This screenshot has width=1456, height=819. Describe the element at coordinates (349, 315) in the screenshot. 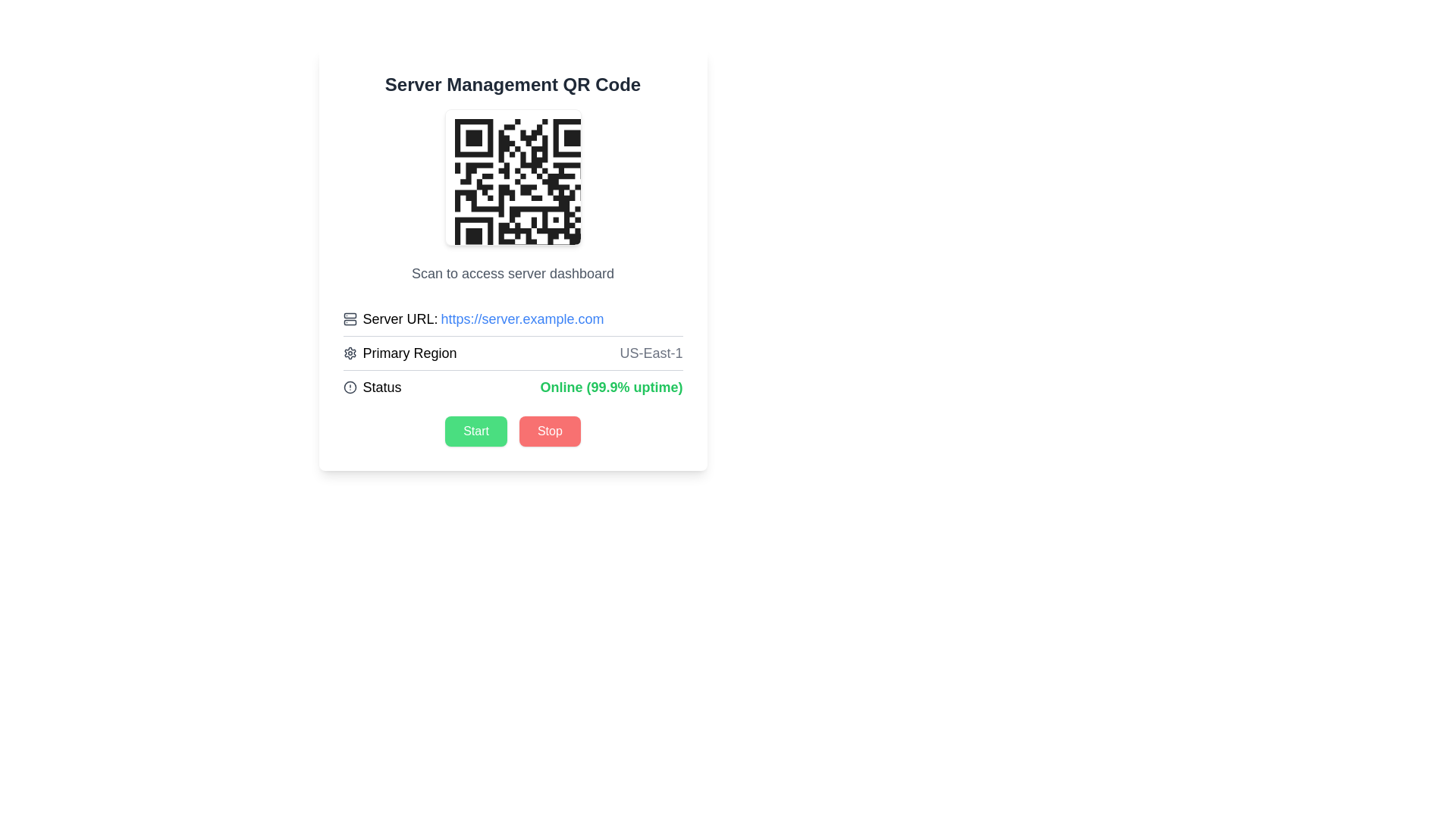

I see `the uppermost rectangular segment of the server icon, which is a small rectangular shape with rounded corners and a neutral fill` at that location.